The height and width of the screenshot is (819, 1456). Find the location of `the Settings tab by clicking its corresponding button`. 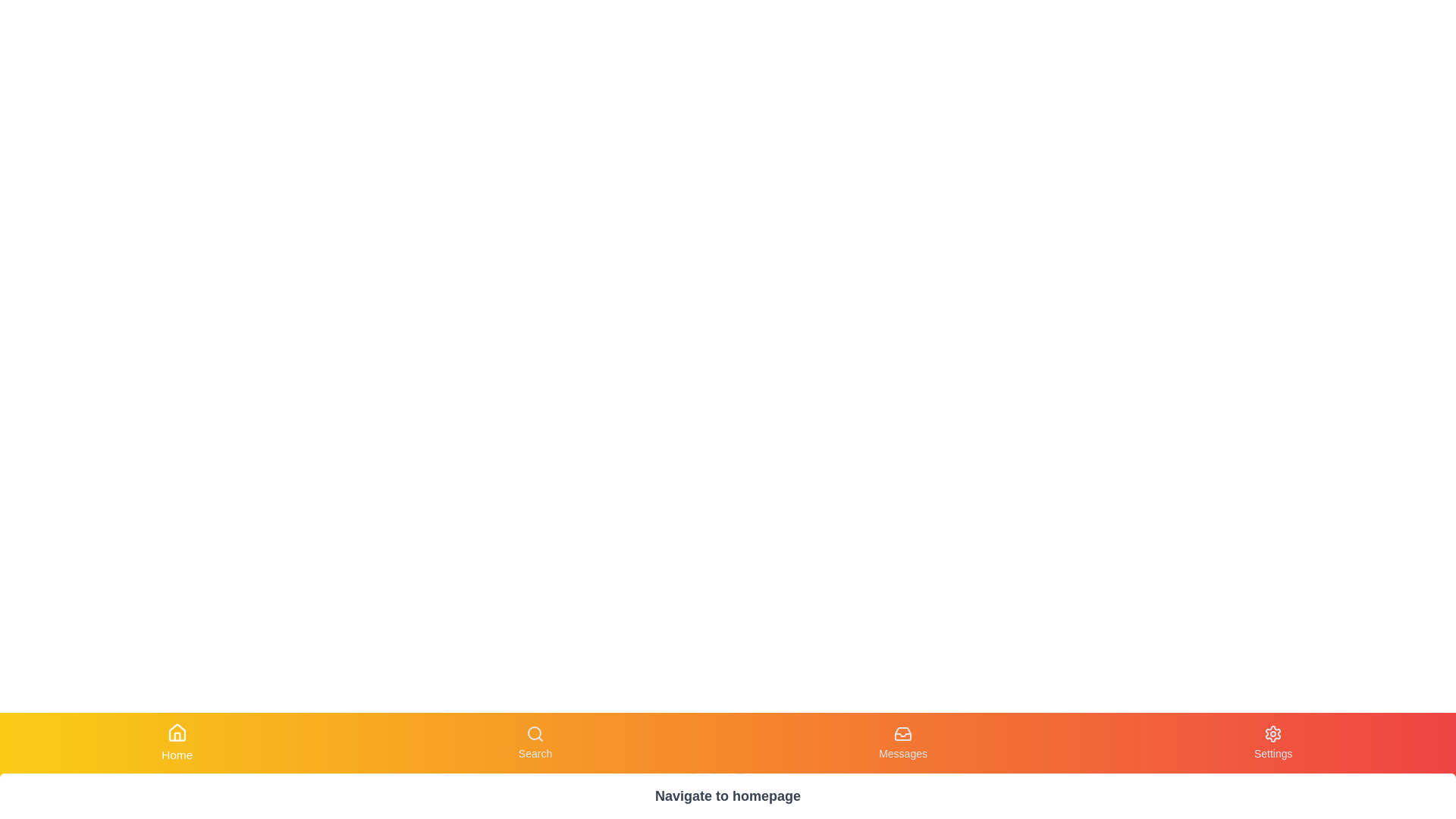

the Settings tab by clicking its corresponding button is located at coordinates (1273, 742).